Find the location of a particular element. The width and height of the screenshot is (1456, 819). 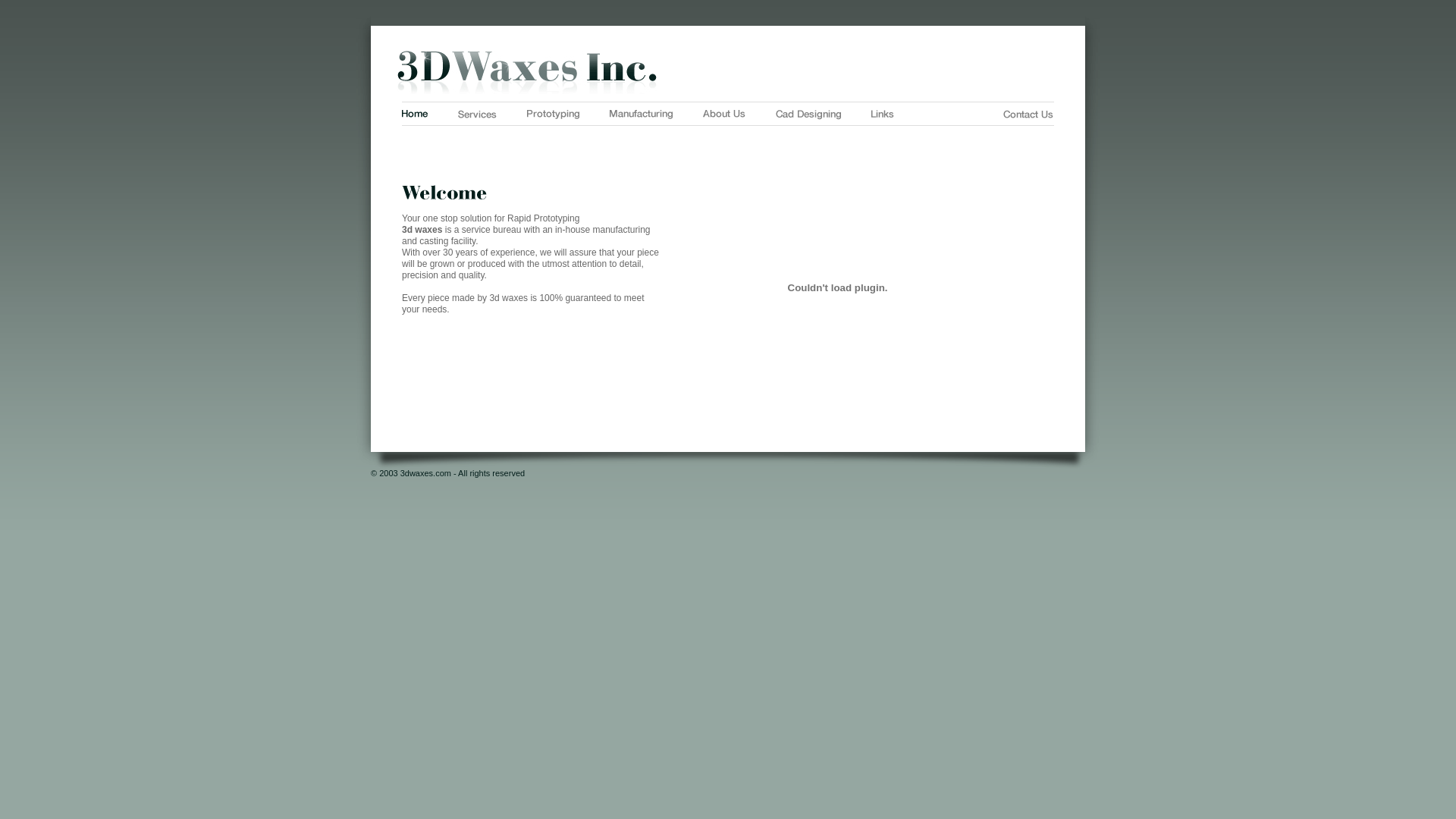

'Links' is located at coordinates (882, 113).